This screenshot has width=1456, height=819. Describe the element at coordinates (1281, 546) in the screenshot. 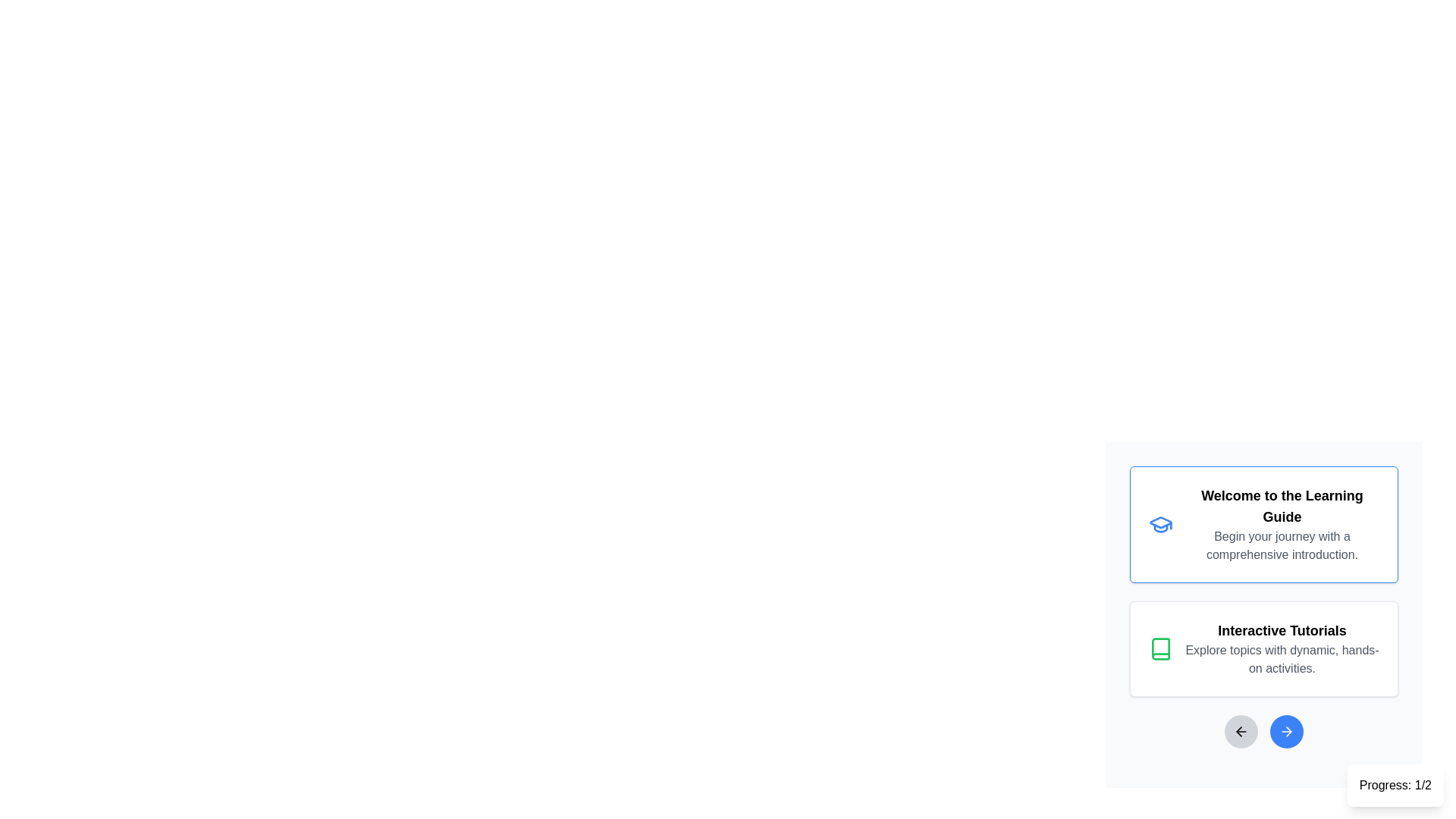

I see `the Text Label displaying 'Begin your journey with a comprehensive introduction.' which is styled in muted gray and is located below 'Welcome to the Learning Guide'` at that location.